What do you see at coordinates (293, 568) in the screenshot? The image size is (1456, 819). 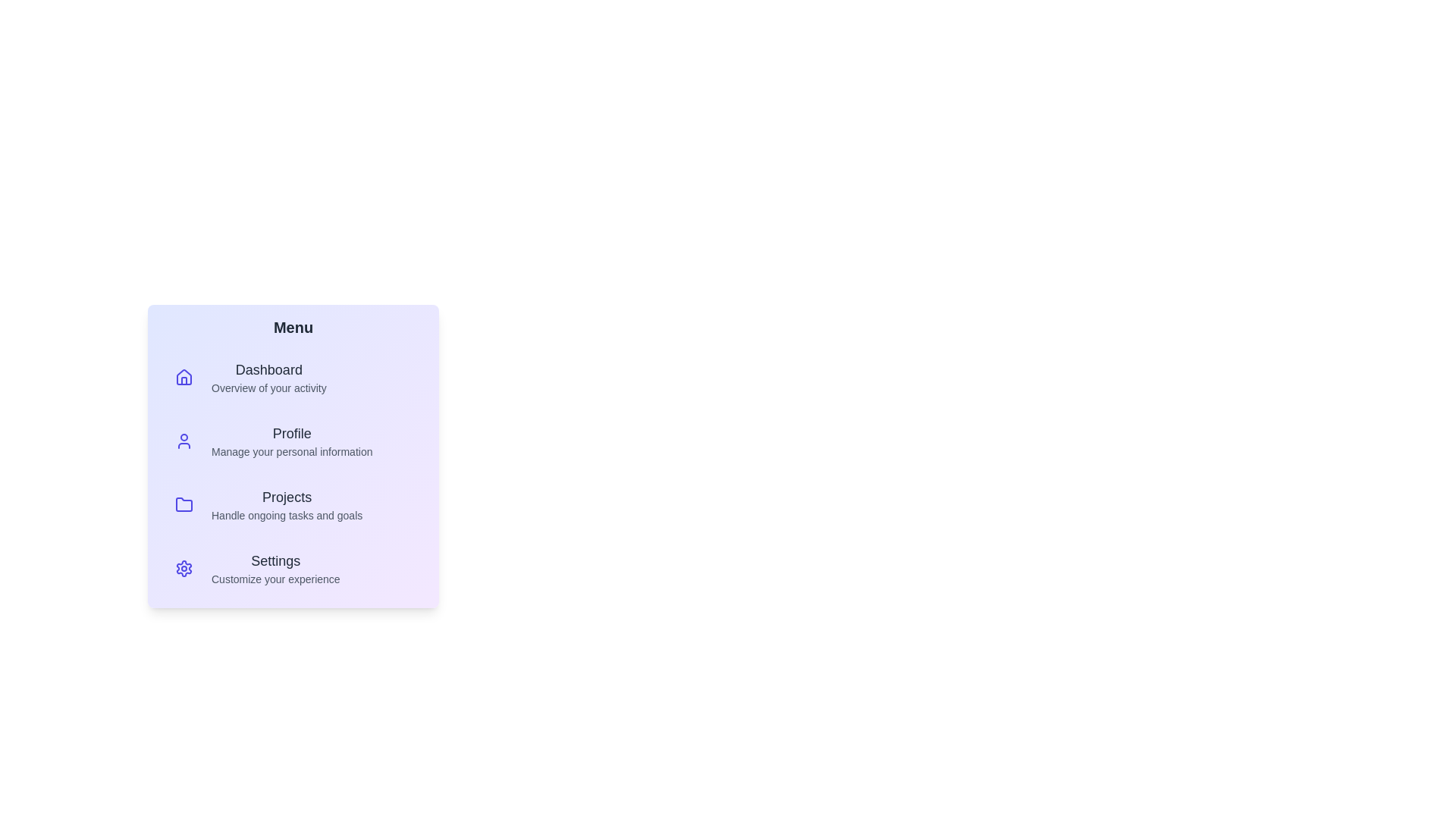 I see `the menu item corresponding to Settings` at bounding box center [293, 568].